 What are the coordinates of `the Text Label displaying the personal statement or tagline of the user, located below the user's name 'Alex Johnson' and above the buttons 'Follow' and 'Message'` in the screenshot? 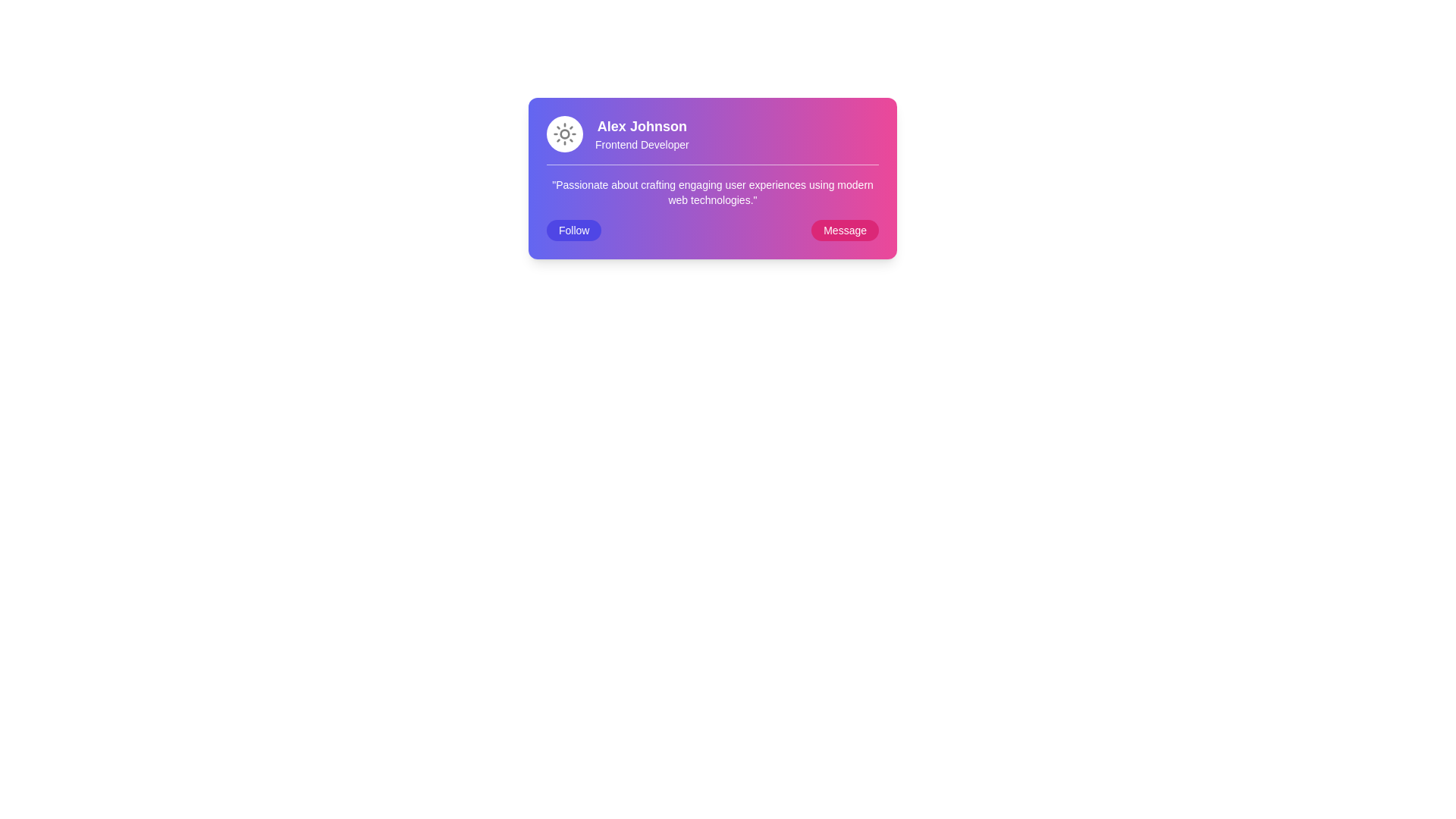 It's located at (712, 202).